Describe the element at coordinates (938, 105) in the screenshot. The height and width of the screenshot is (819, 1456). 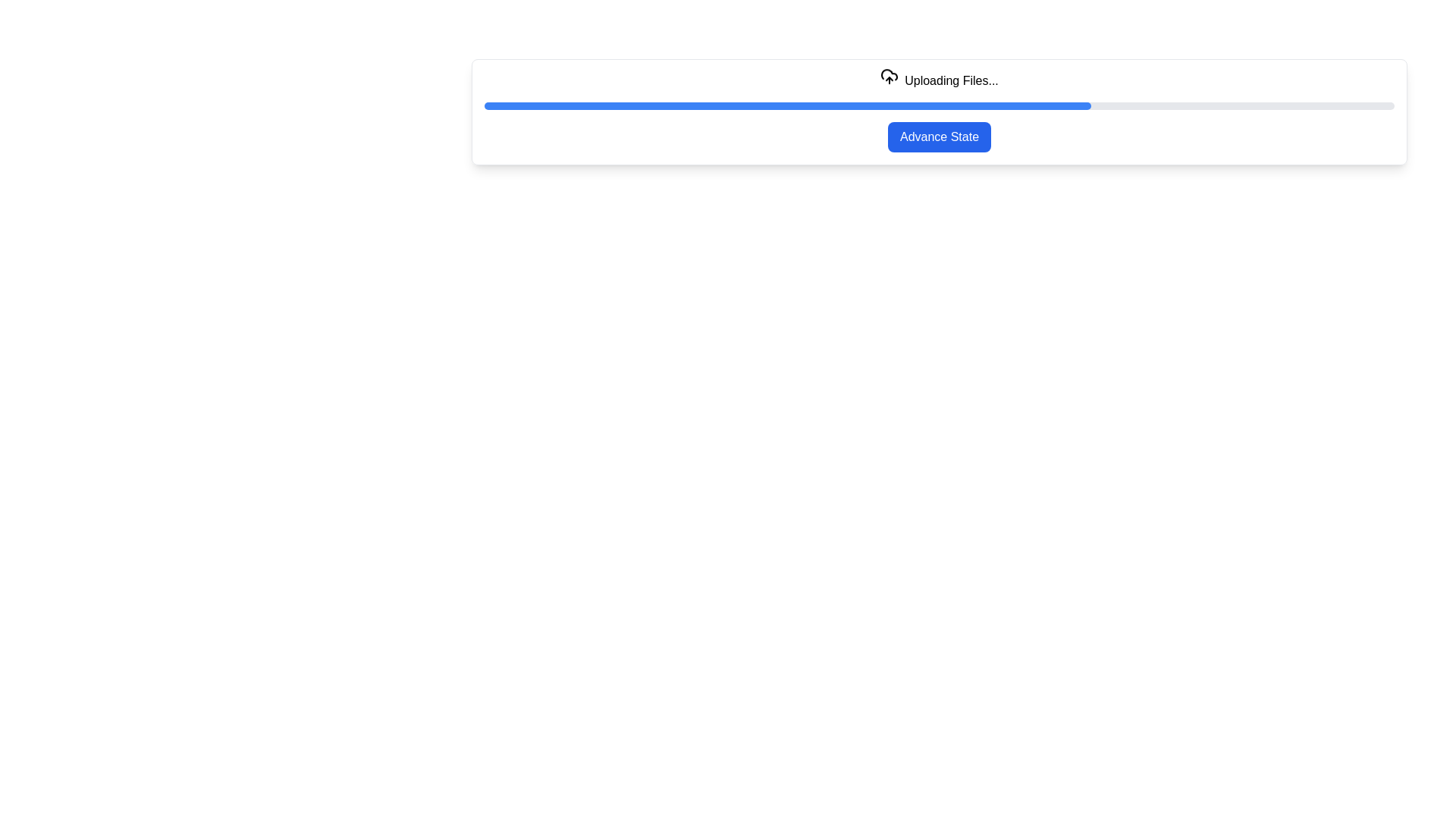
I see `the progress bar which has a gray background and a blue bar indicating progress, located beneath the 'Uploading Files...' text and above the 'Advance State' button` at that location.